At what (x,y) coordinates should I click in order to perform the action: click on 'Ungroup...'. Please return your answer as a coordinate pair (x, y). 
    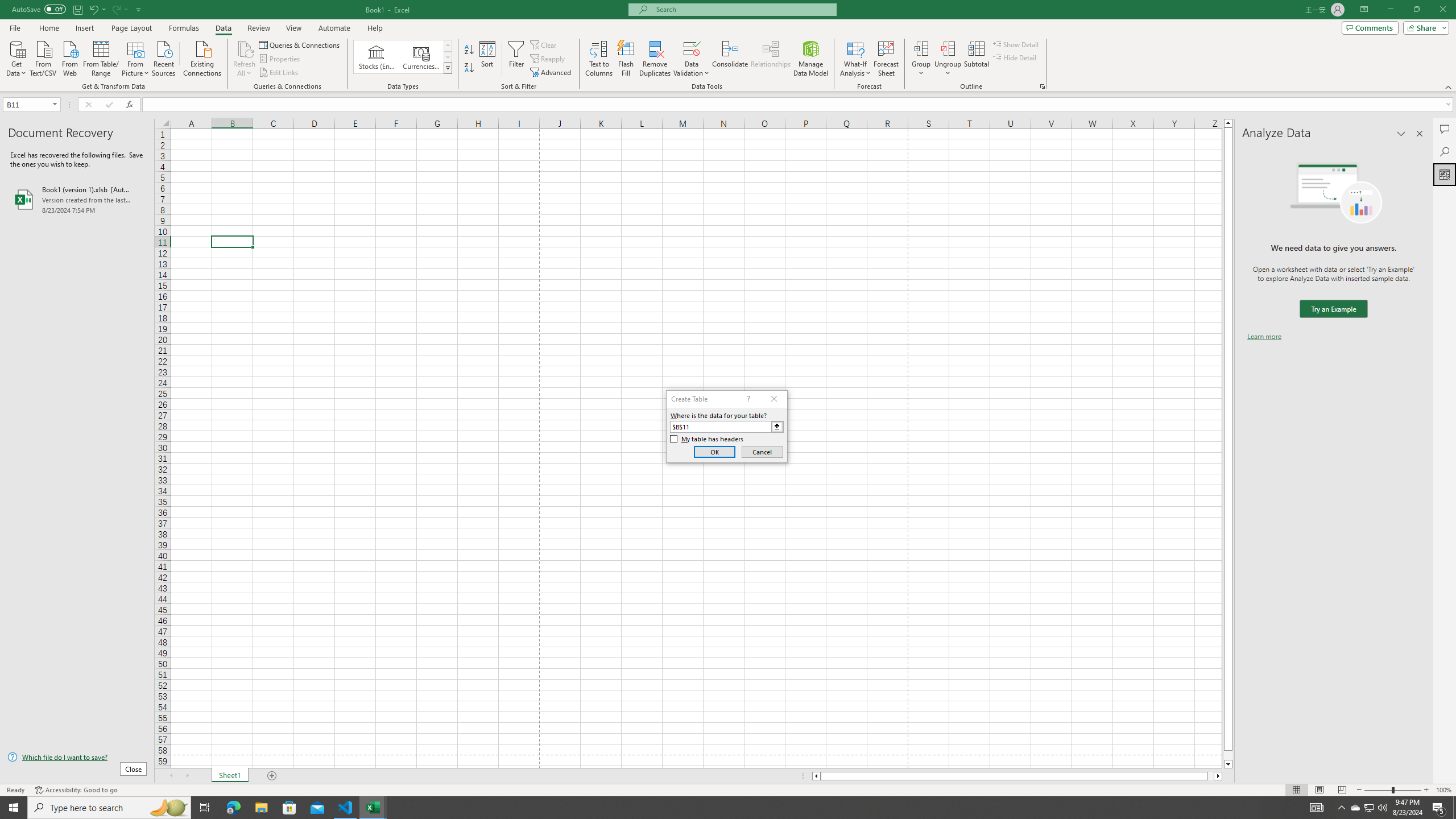
    Looking at the image, I should click on (948, 48).